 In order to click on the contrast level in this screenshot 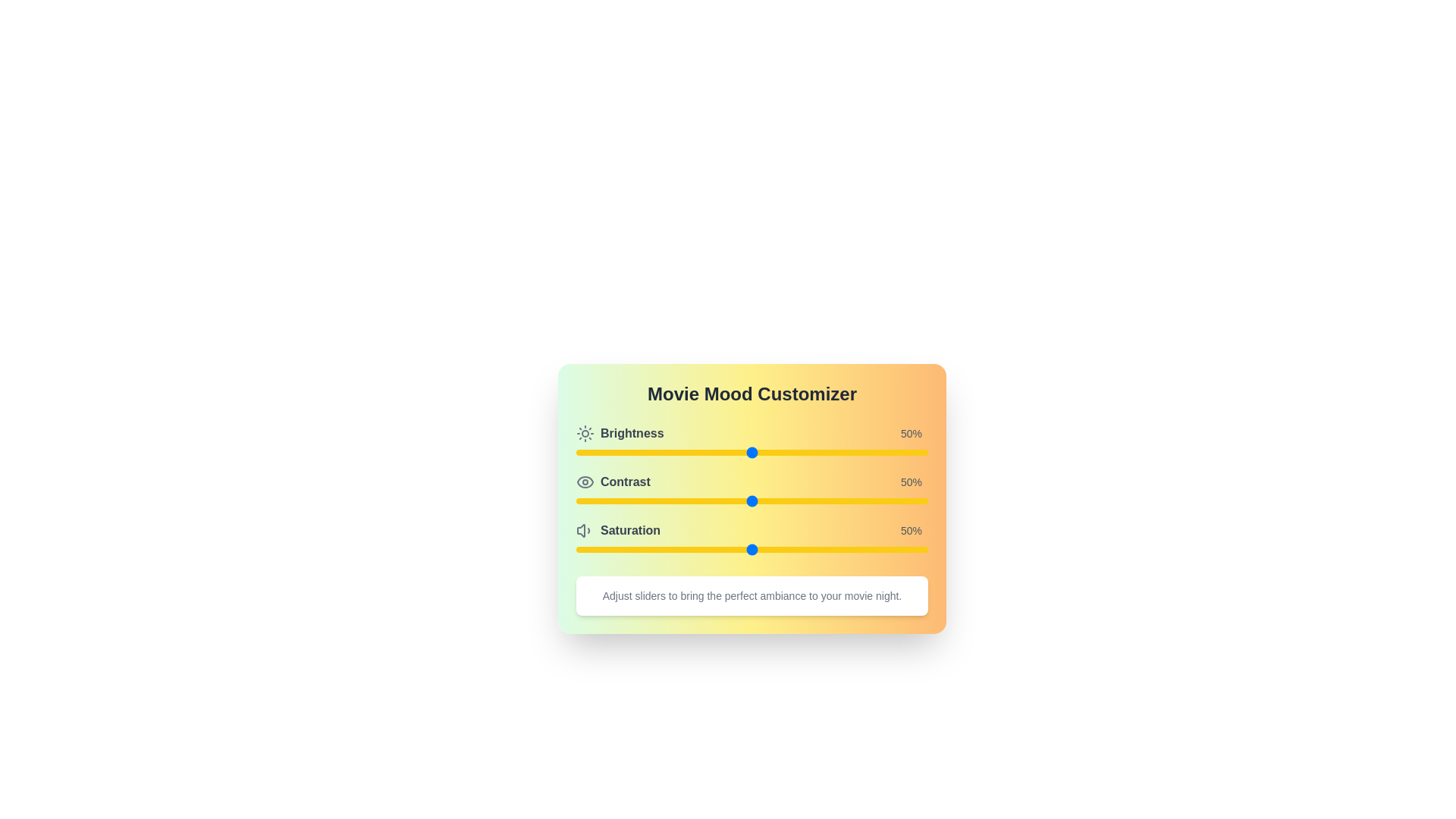, I will do `click(907, 500)`.